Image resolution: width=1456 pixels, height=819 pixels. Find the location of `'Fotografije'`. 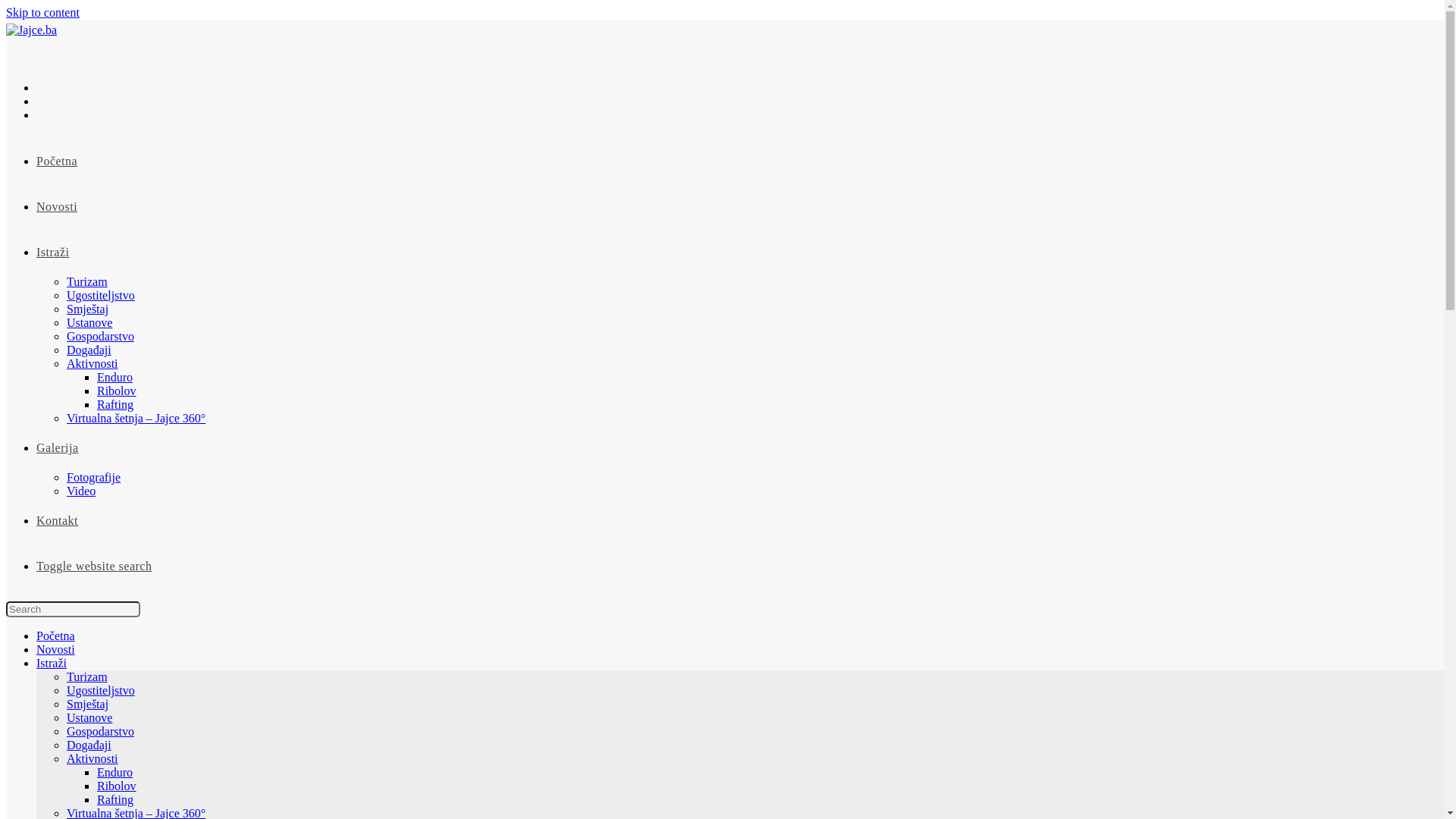

'Fotografije' is located at coordinates (93, 476).